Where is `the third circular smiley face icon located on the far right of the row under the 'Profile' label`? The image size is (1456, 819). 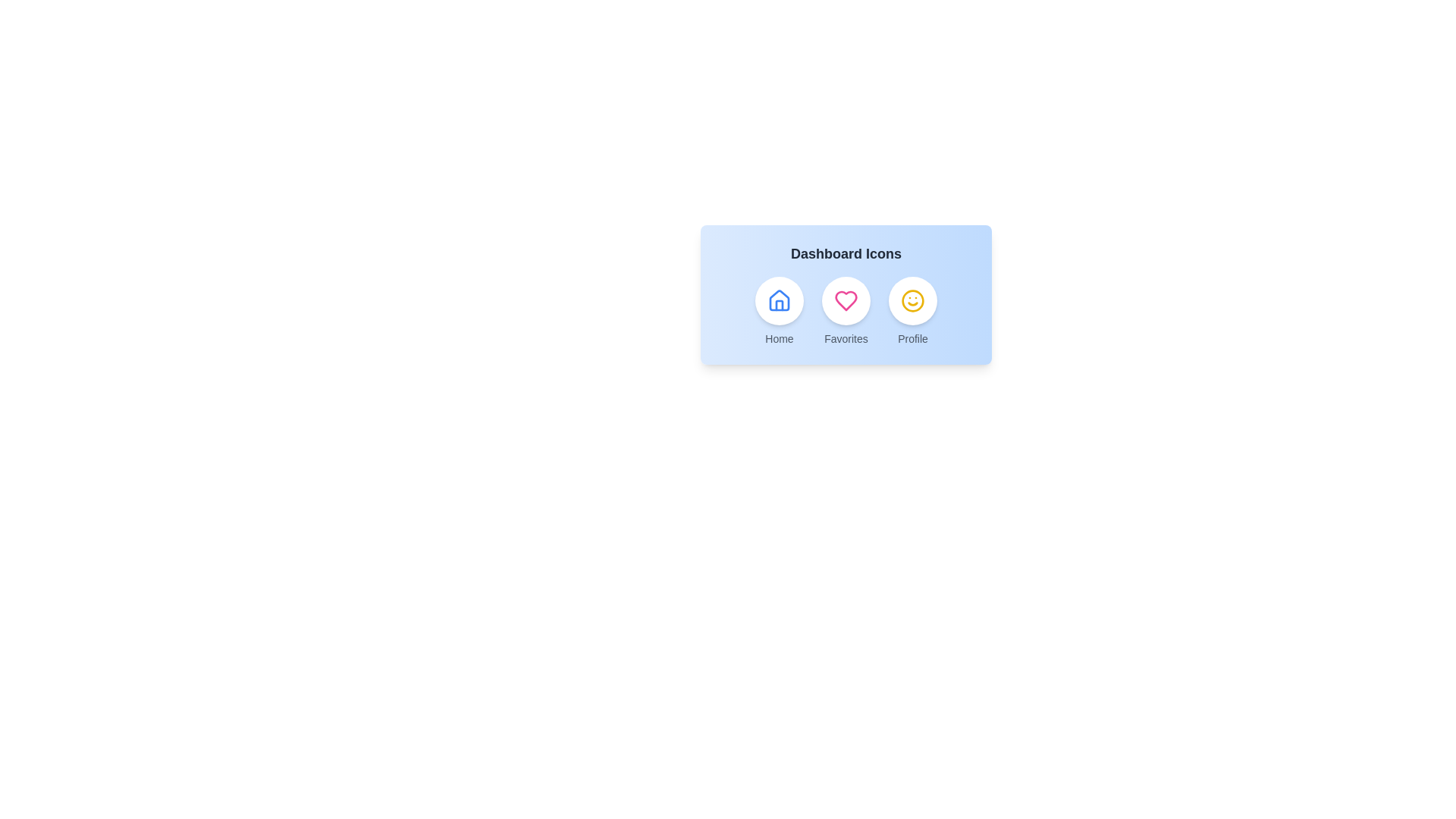 the third circular smiley face icon located on the far right of the row under the 'Profile' label is located at coordinates (912, 301).